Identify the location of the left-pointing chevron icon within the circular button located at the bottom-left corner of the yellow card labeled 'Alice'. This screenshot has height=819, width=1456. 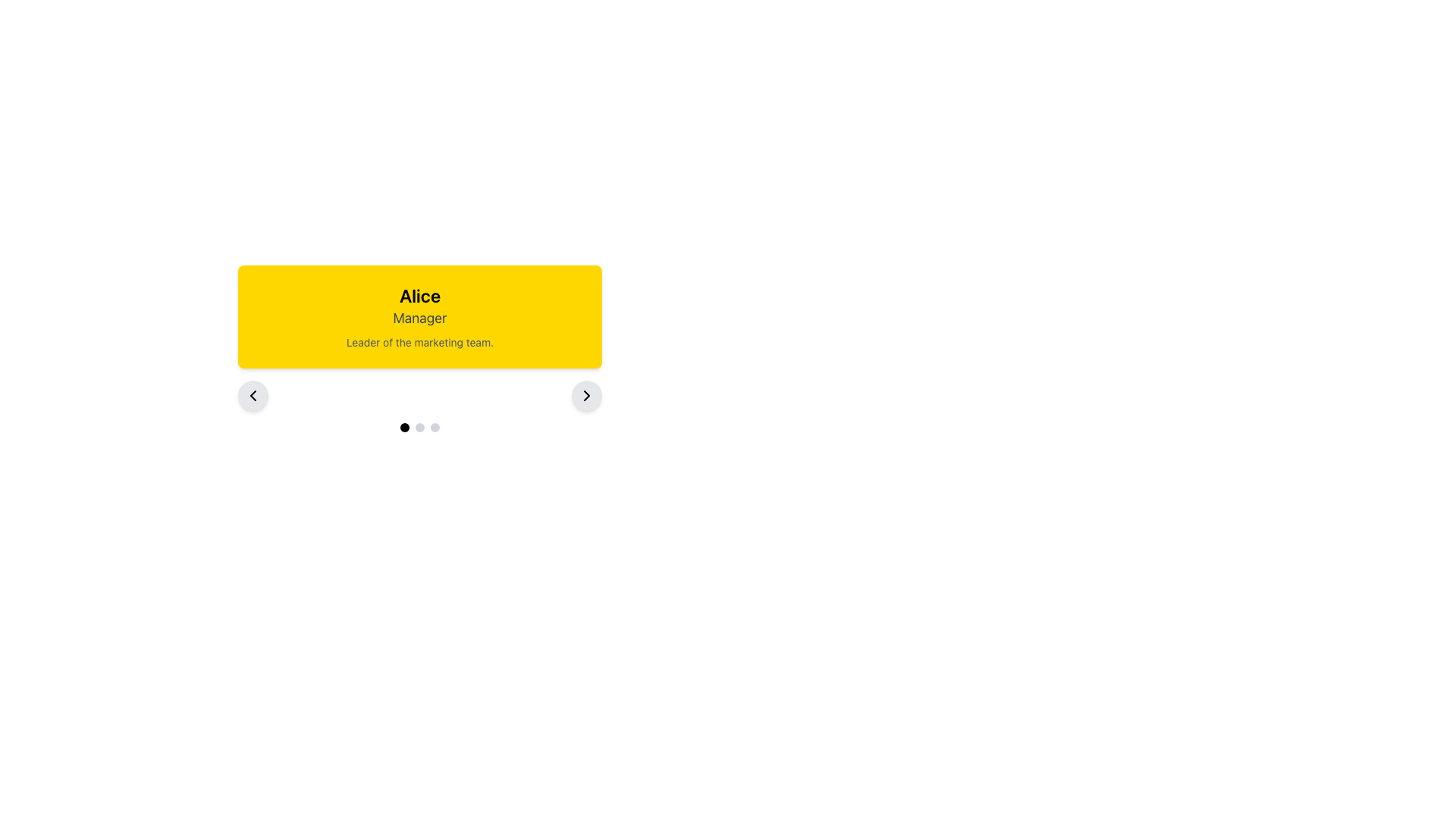
(253, 394).